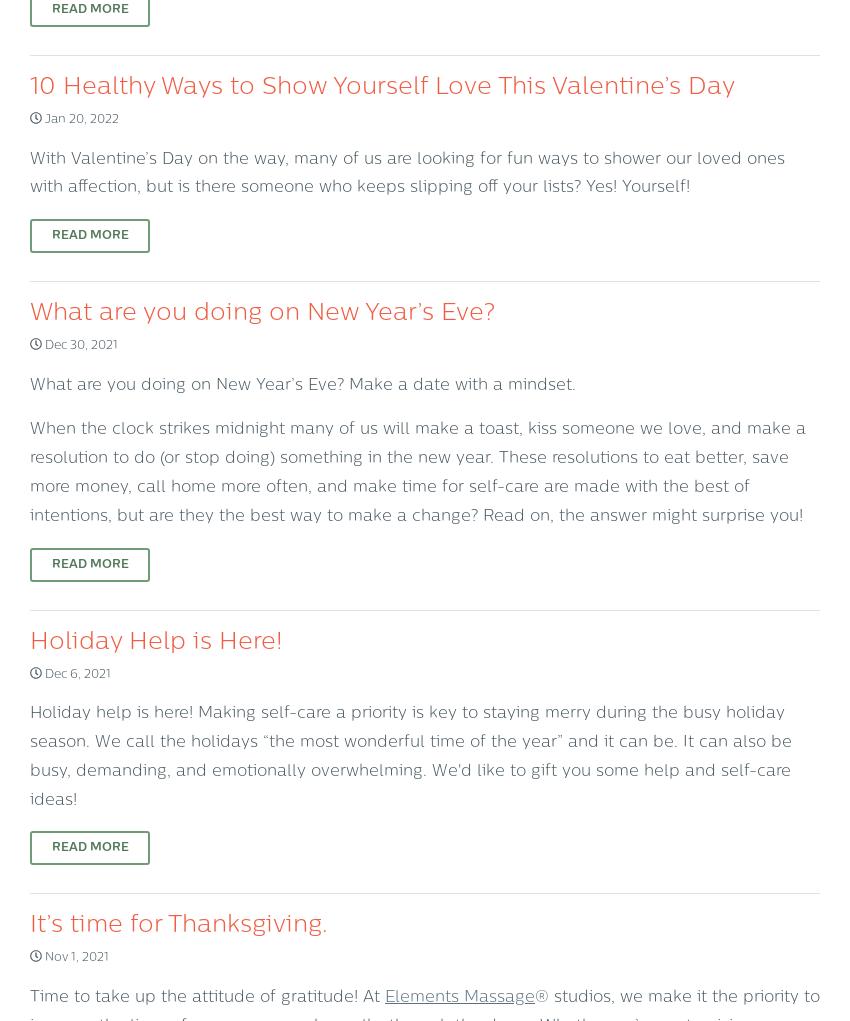  I want to click on 'What are you doing on New Year’s Eve?', so click(29, 313).